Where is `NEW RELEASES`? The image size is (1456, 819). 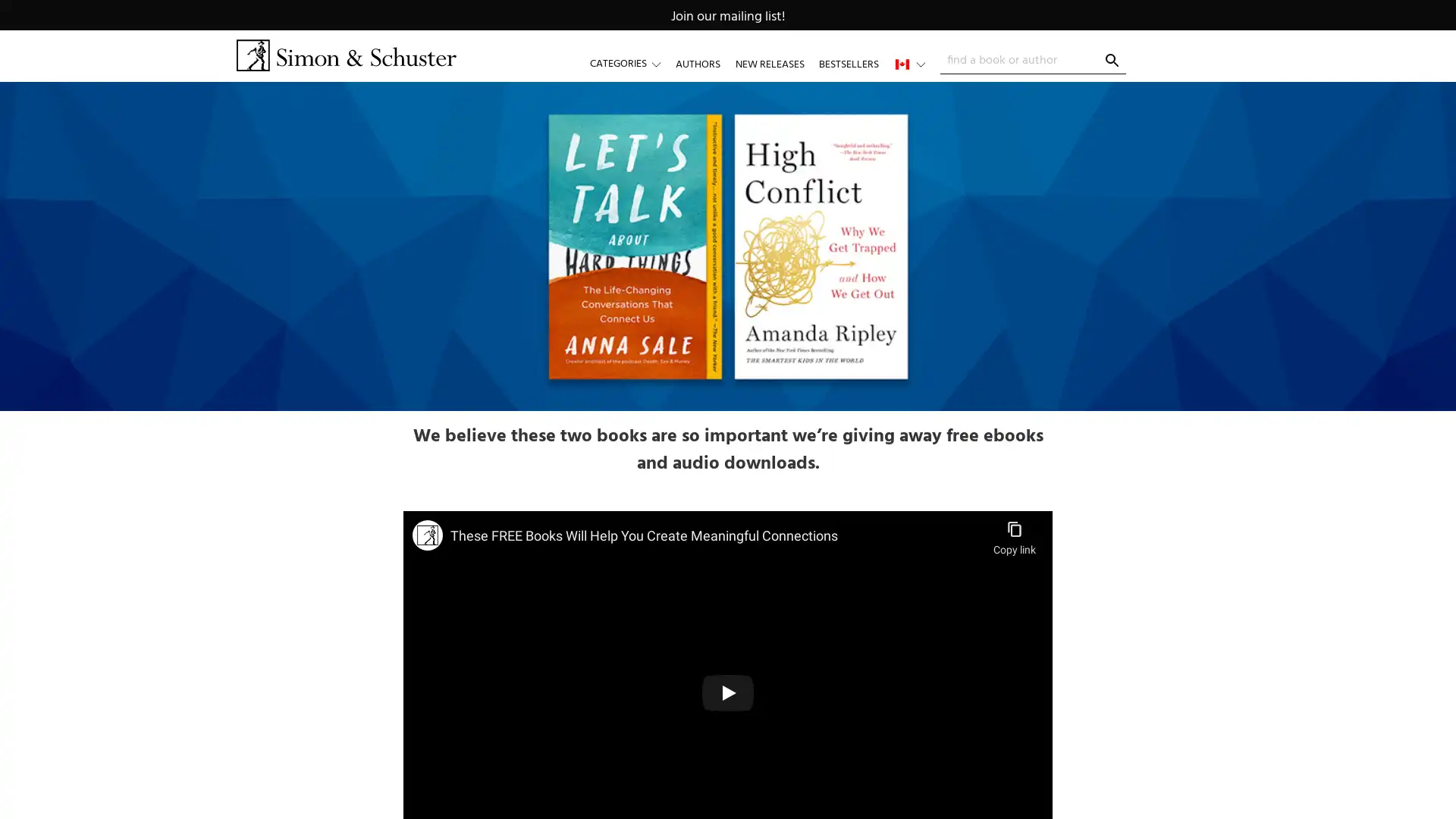 NEW RELEASES is located at coordinates (769, 63).